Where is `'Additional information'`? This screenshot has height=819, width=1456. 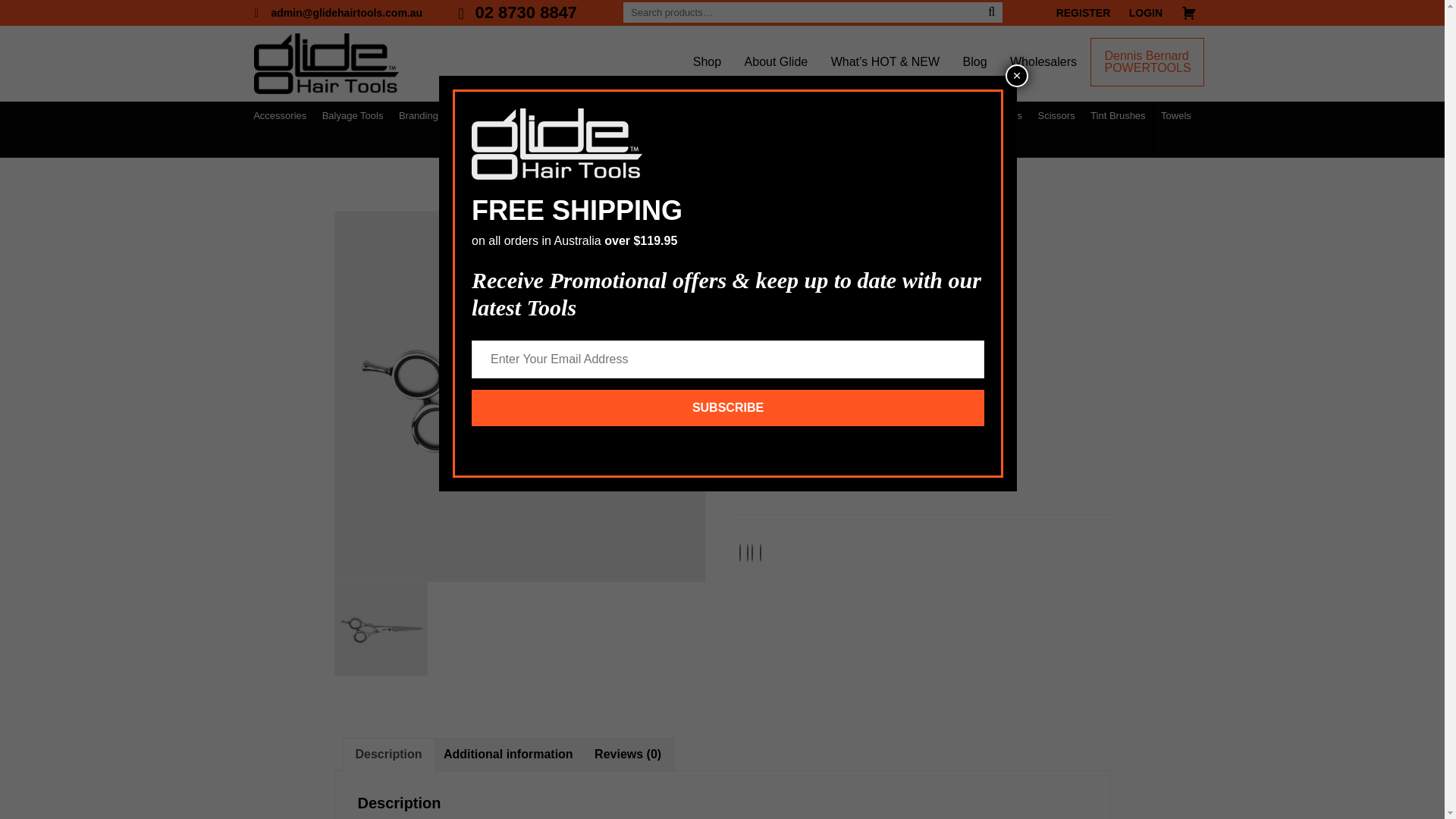
'Additional information' is located at coordinates (508, 755).